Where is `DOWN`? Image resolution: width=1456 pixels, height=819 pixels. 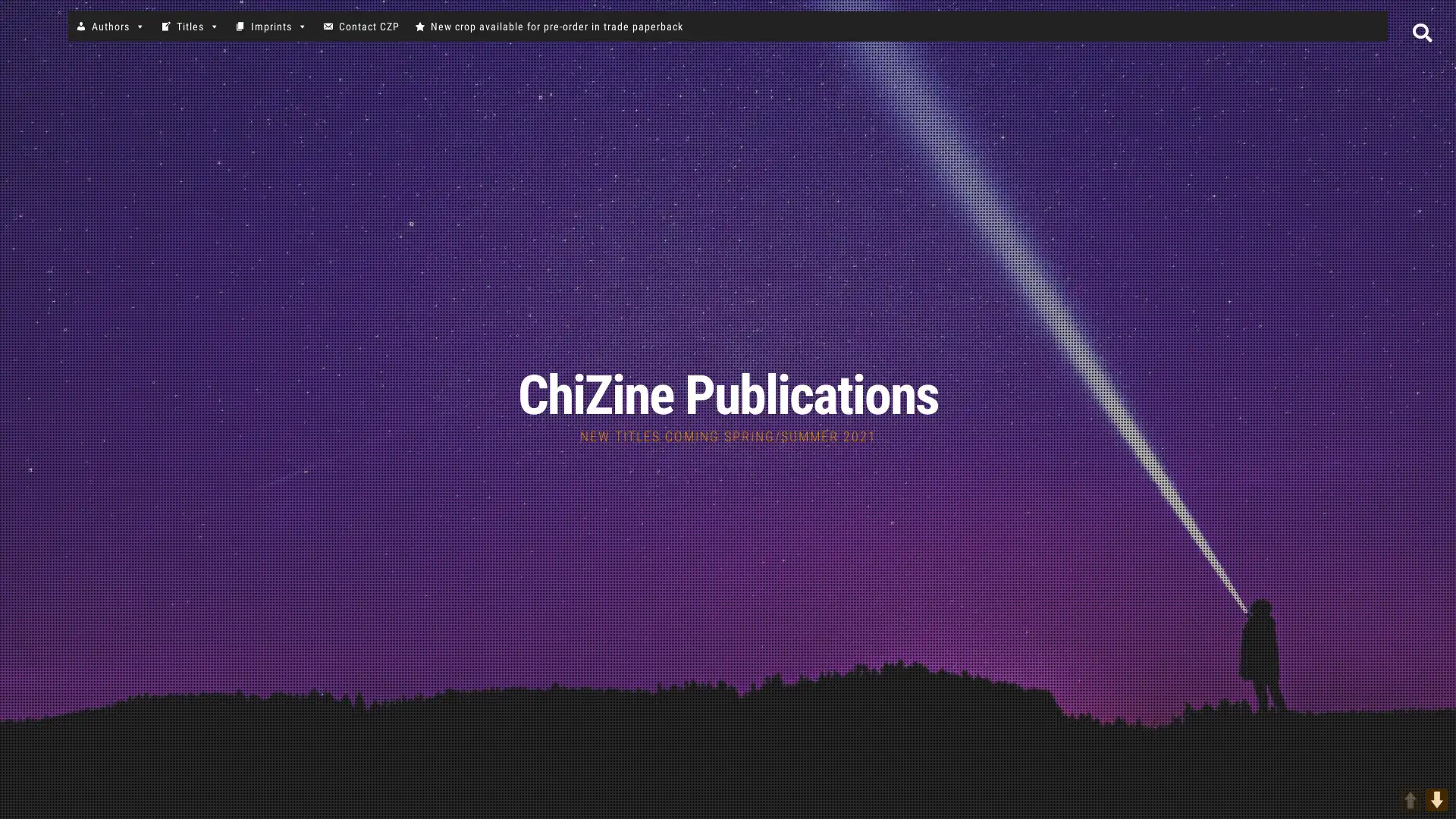 DOWN is located at coordinates (1436, 799).